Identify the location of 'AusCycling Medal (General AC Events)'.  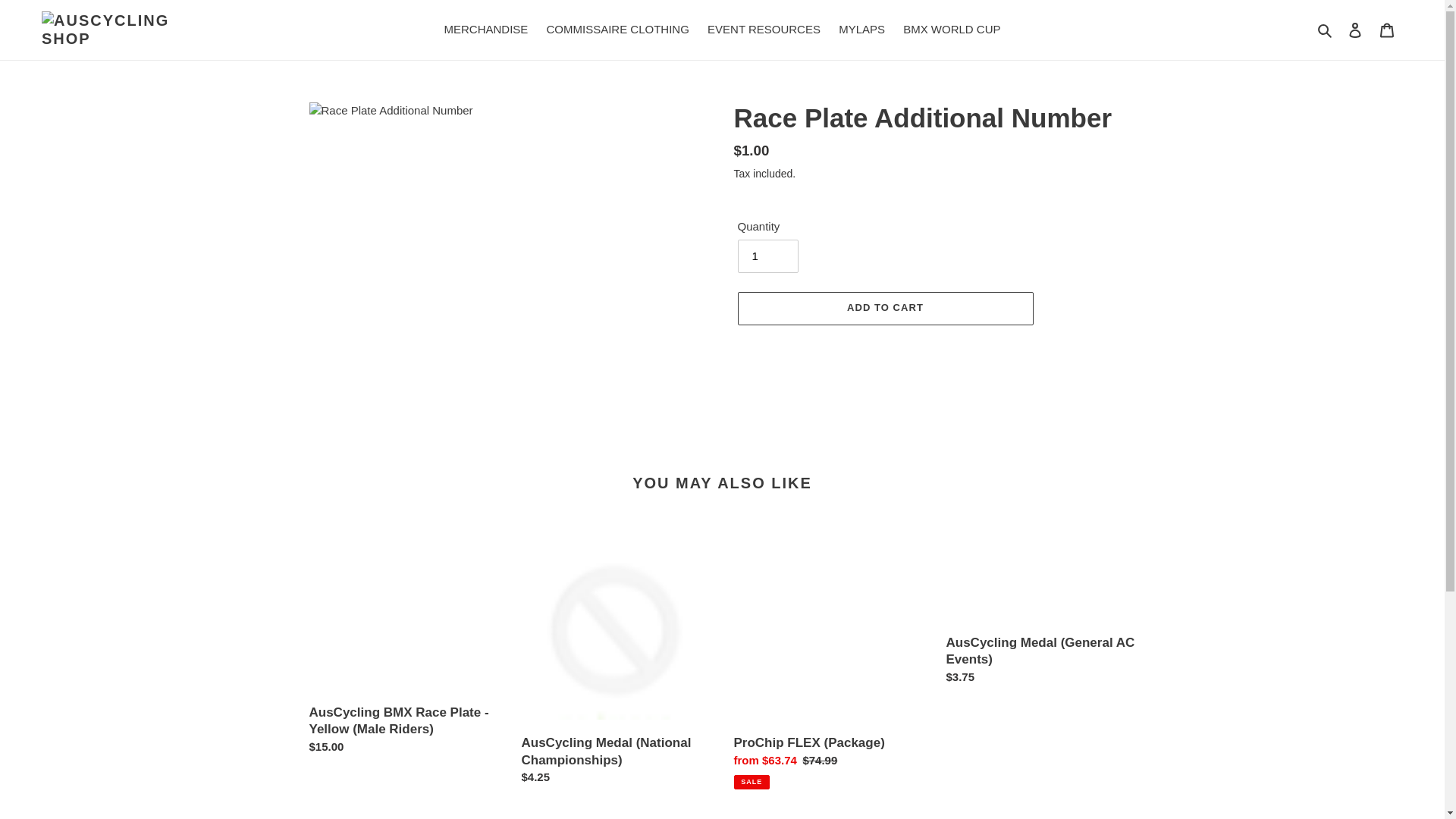
(1040, 611).